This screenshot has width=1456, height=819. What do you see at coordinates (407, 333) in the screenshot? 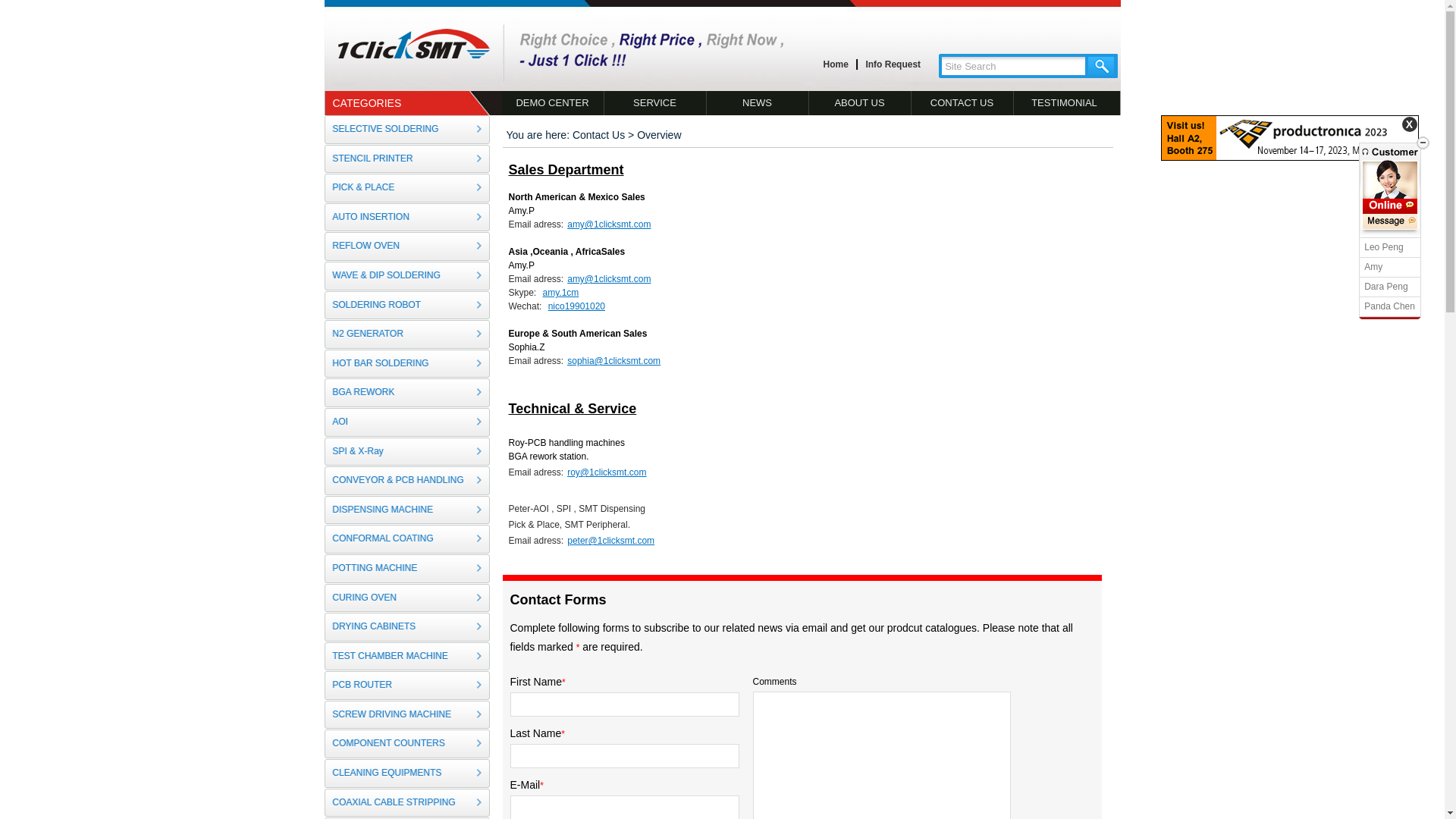
I see `'N2 GENERATOR'` at bounding box center [407, 333].